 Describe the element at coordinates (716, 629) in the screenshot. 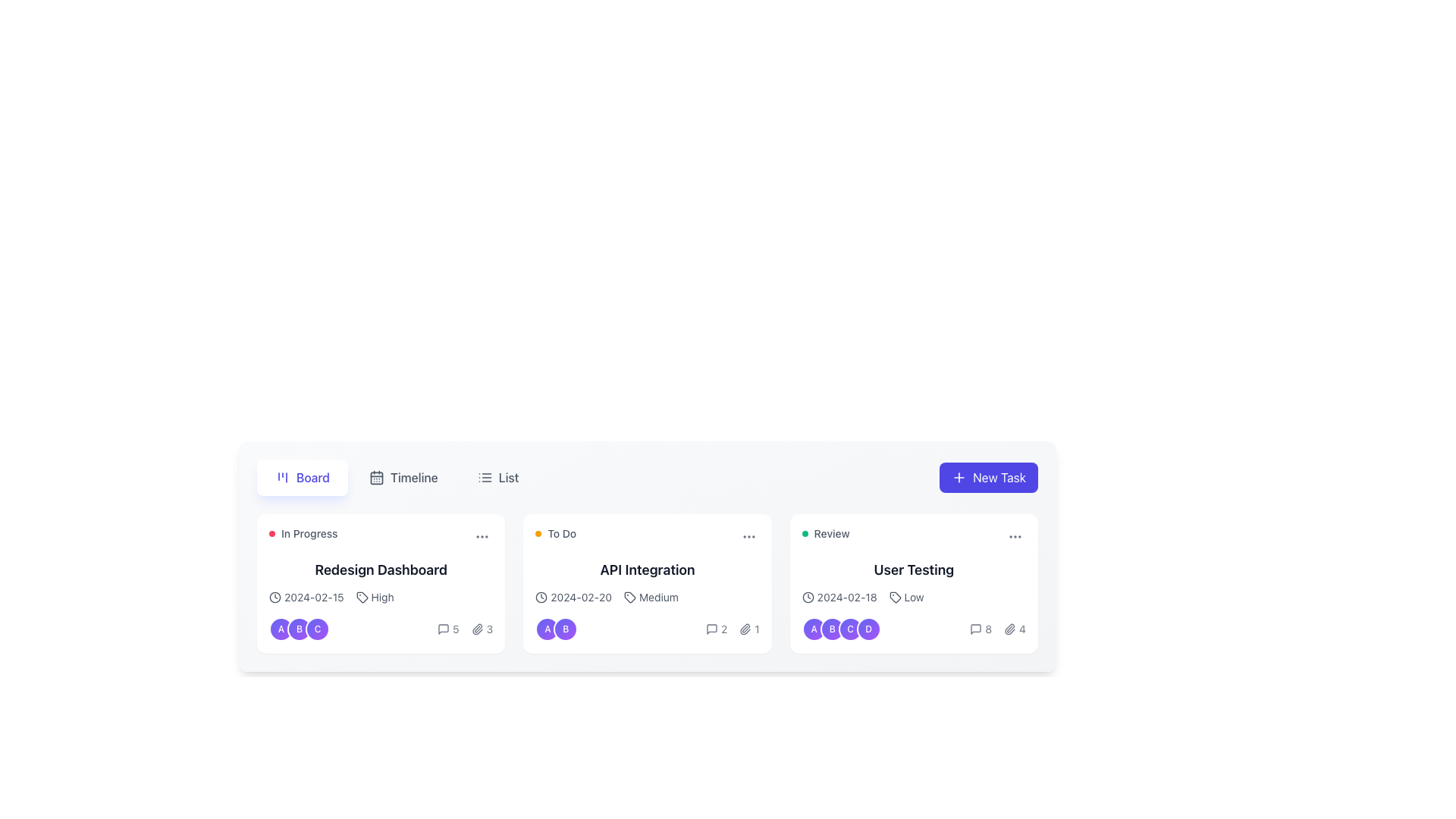

I see `the speech bubble icon displaying the number '2' in the 'API Integration' card` at that location.